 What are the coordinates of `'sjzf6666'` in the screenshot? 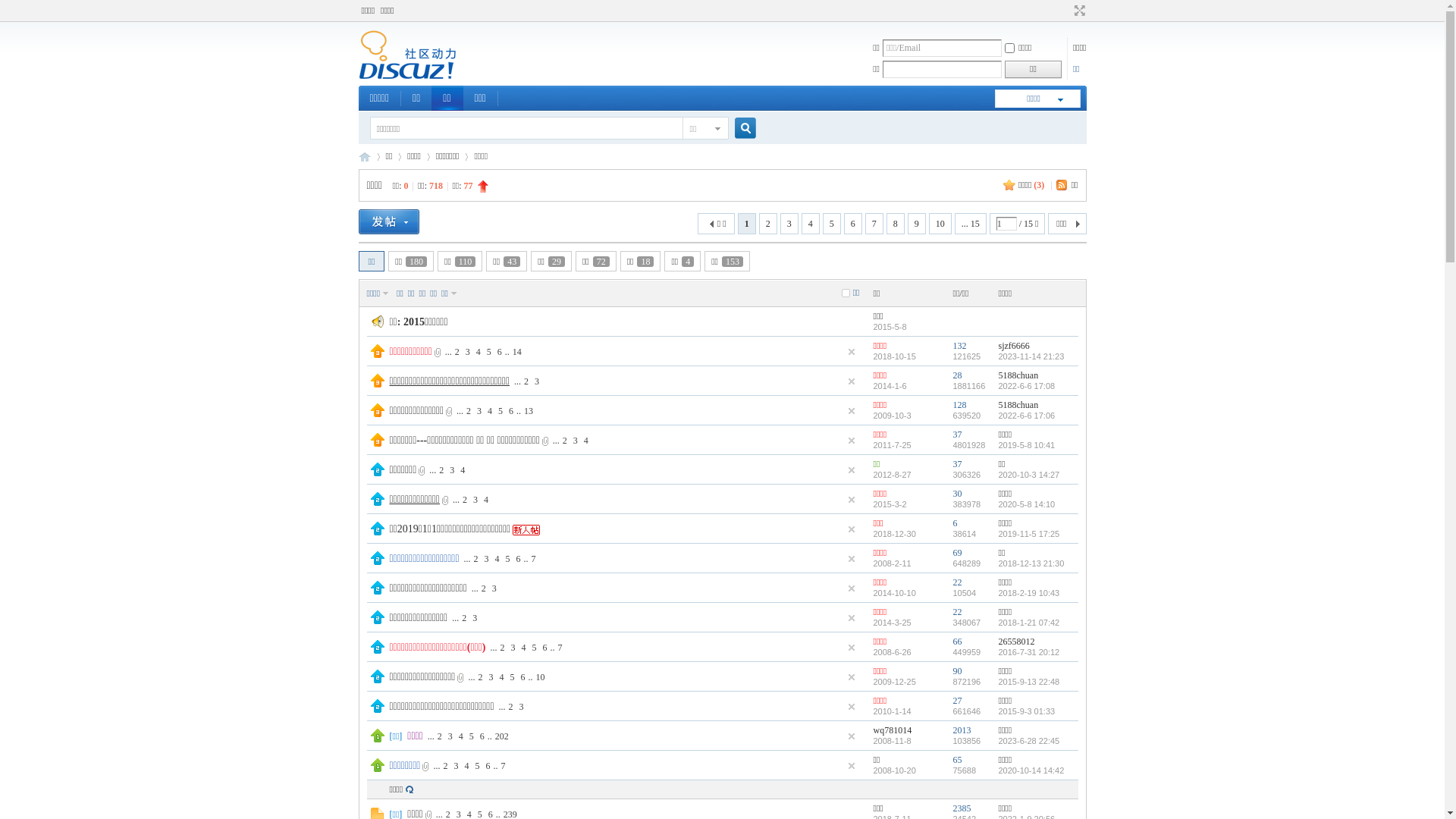 It's located at (1013, 345).